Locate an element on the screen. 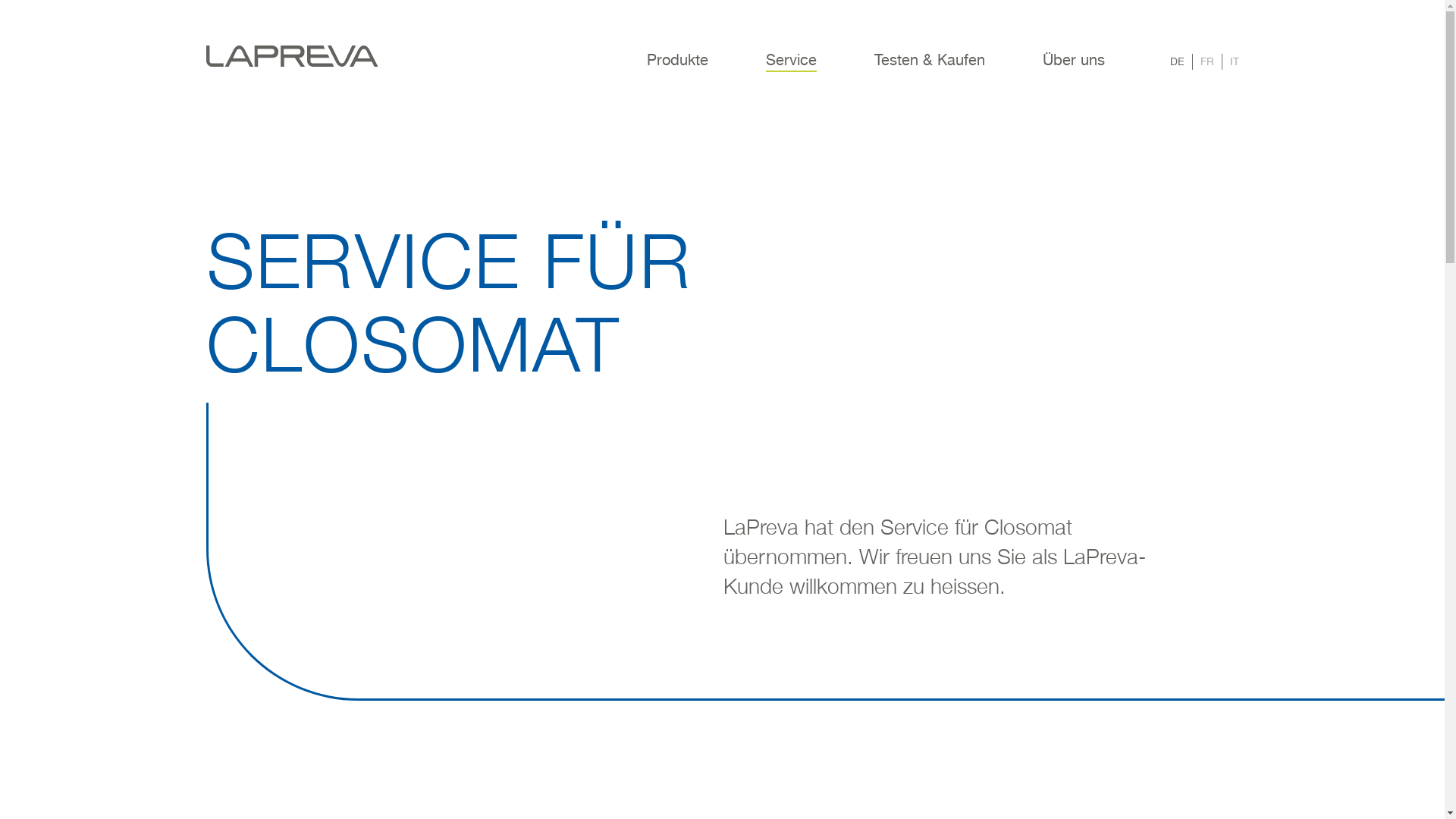 The width and height of the screenshot is (1456, 819). 'IT' is located at coordinates (1234, 61).